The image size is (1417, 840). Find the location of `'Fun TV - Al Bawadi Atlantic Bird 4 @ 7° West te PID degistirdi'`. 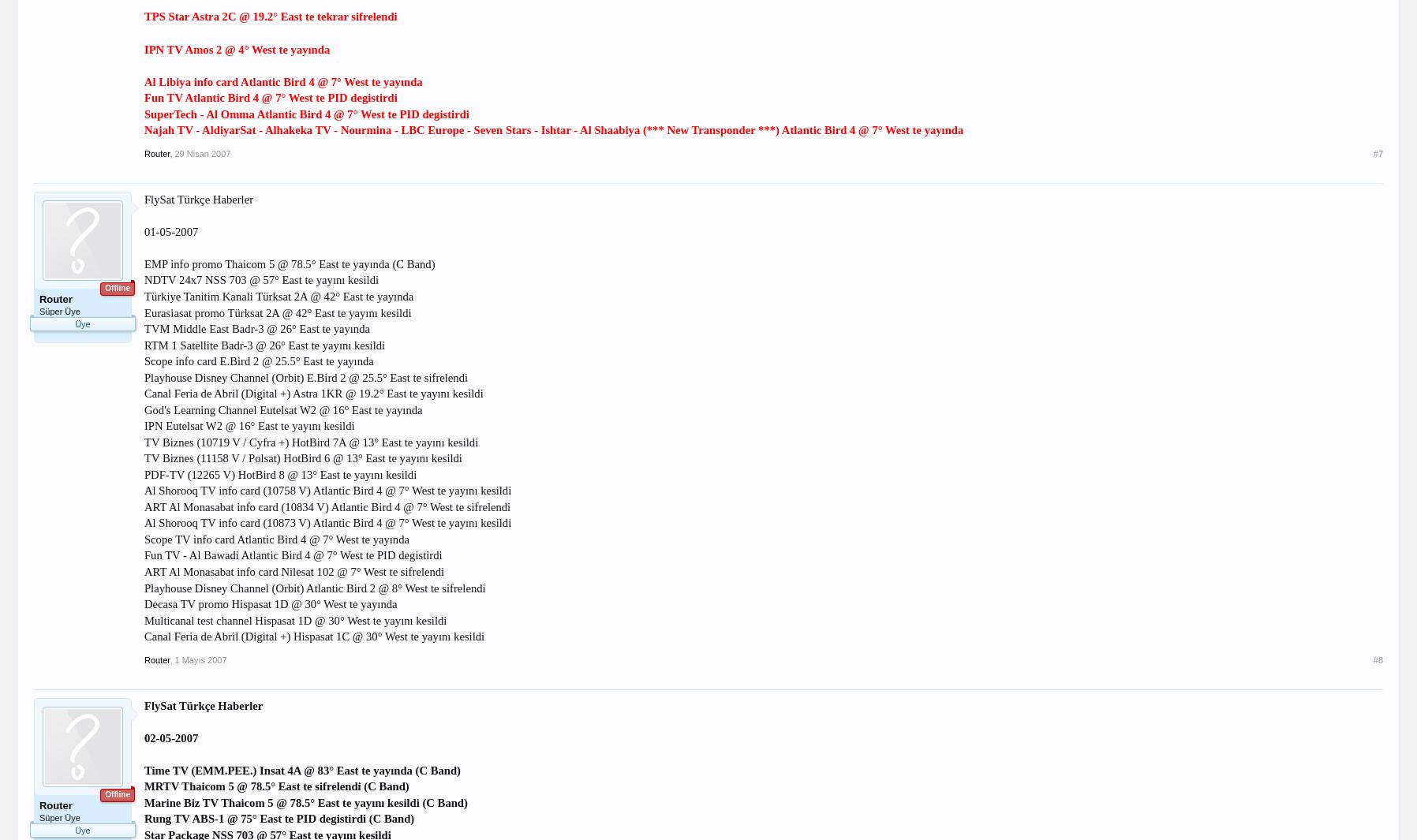

'Fun TV - Al Bawadi Atlantic Bird 4 @ 7° West te PID degistirdi' is located at coordinates (142, 554).